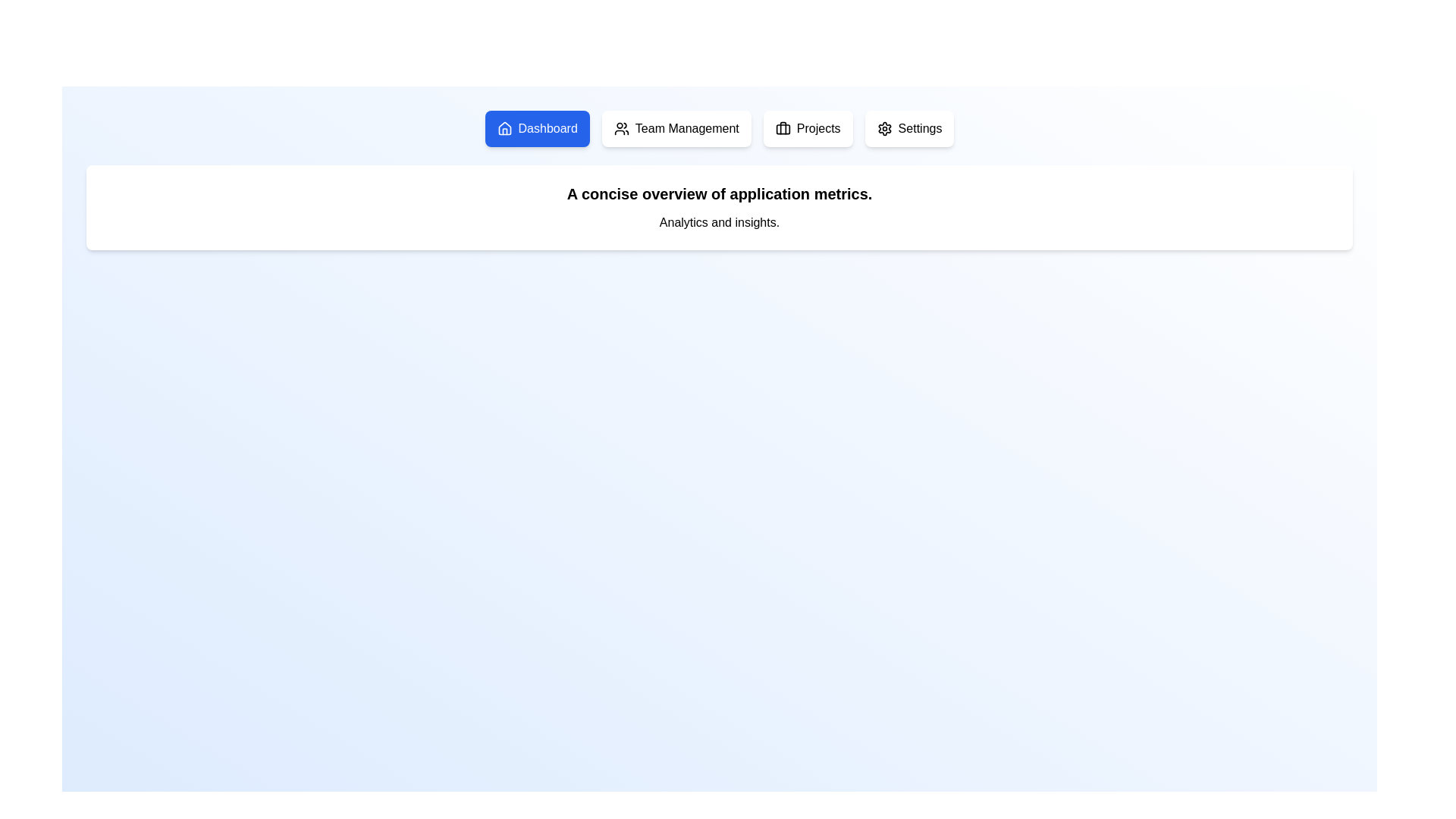  What do you see at coordinates (909, 127) in the screenshot?
I see `the 'Settings' button, which is a rectangular button with a rounded border located immediately to the right of the 'Projects' button` at bounding box center [909, 127].